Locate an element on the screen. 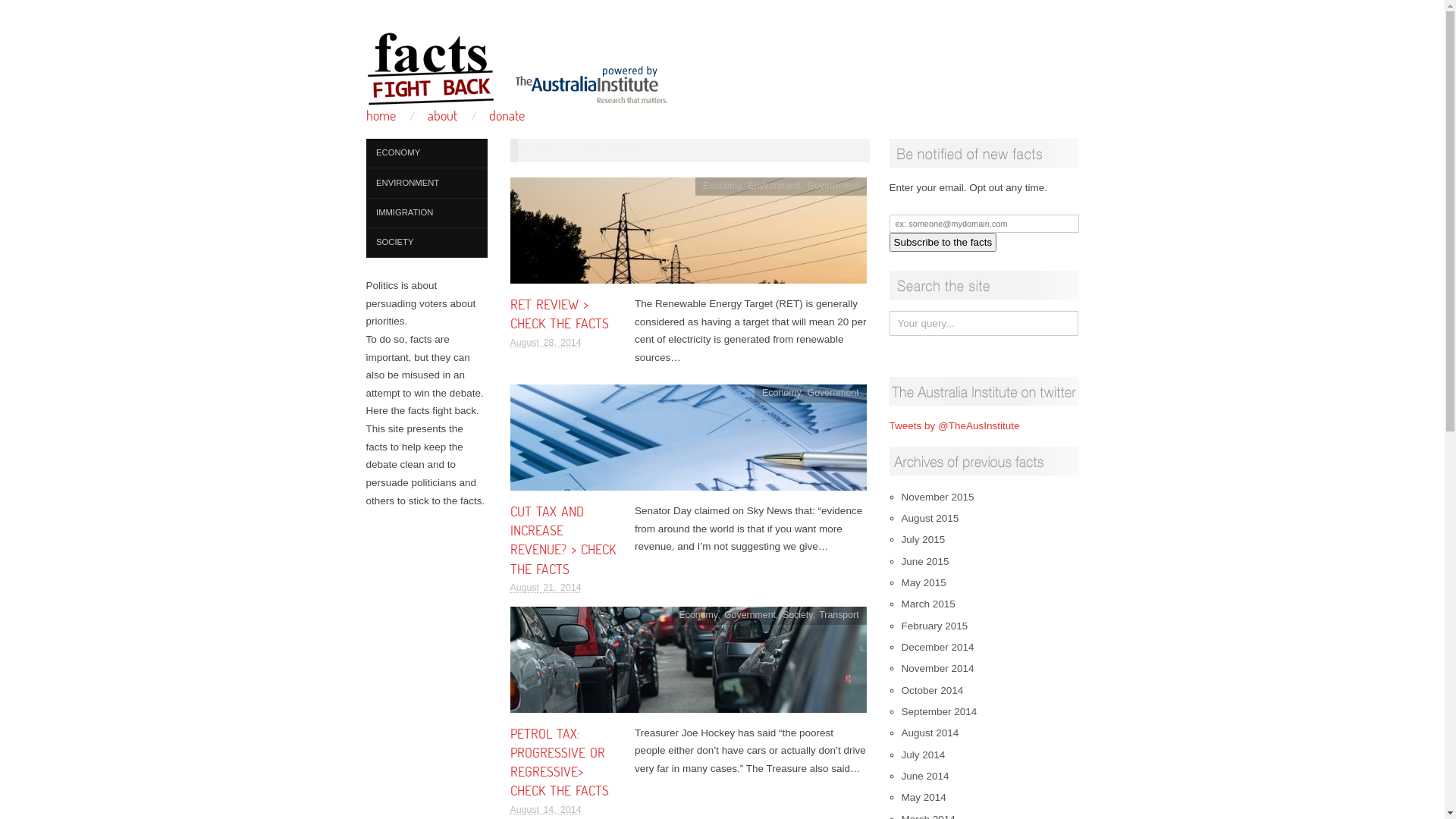  'February 2015' is located at coordinates (934, 626).